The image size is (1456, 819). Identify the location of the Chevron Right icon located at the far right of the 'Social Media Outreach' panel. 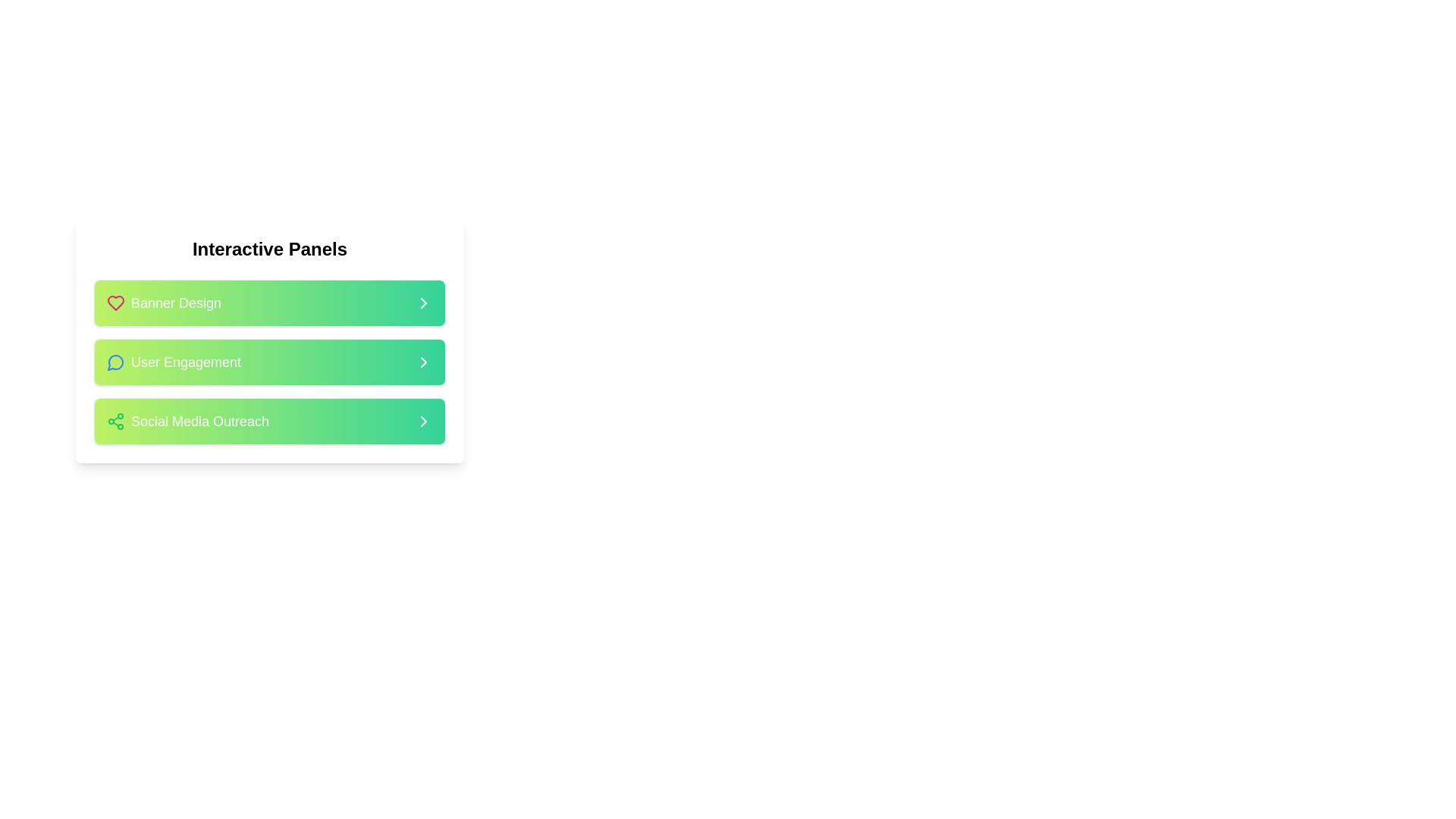
(423, 421).